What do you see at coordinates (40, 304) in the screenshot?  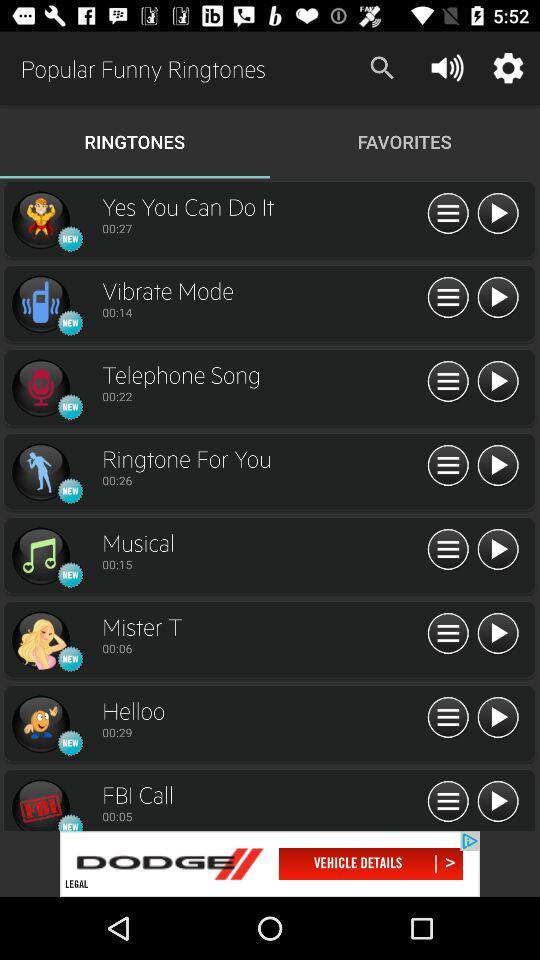 I see `vibrate mode` at bounding box center [40, 304].